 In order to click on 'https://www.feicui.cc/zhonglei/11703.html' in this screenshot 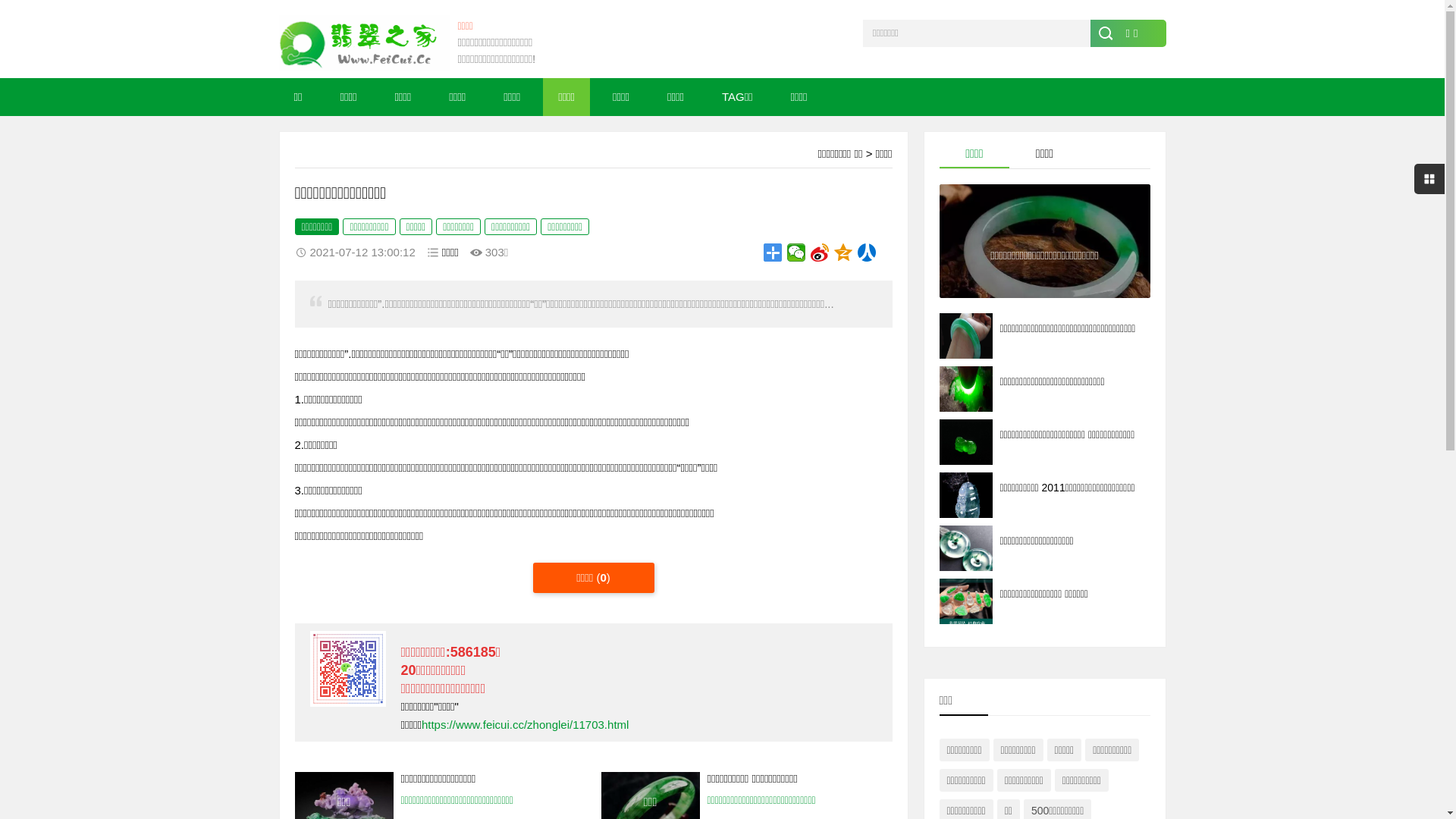, I will do `click(525, 723)`.